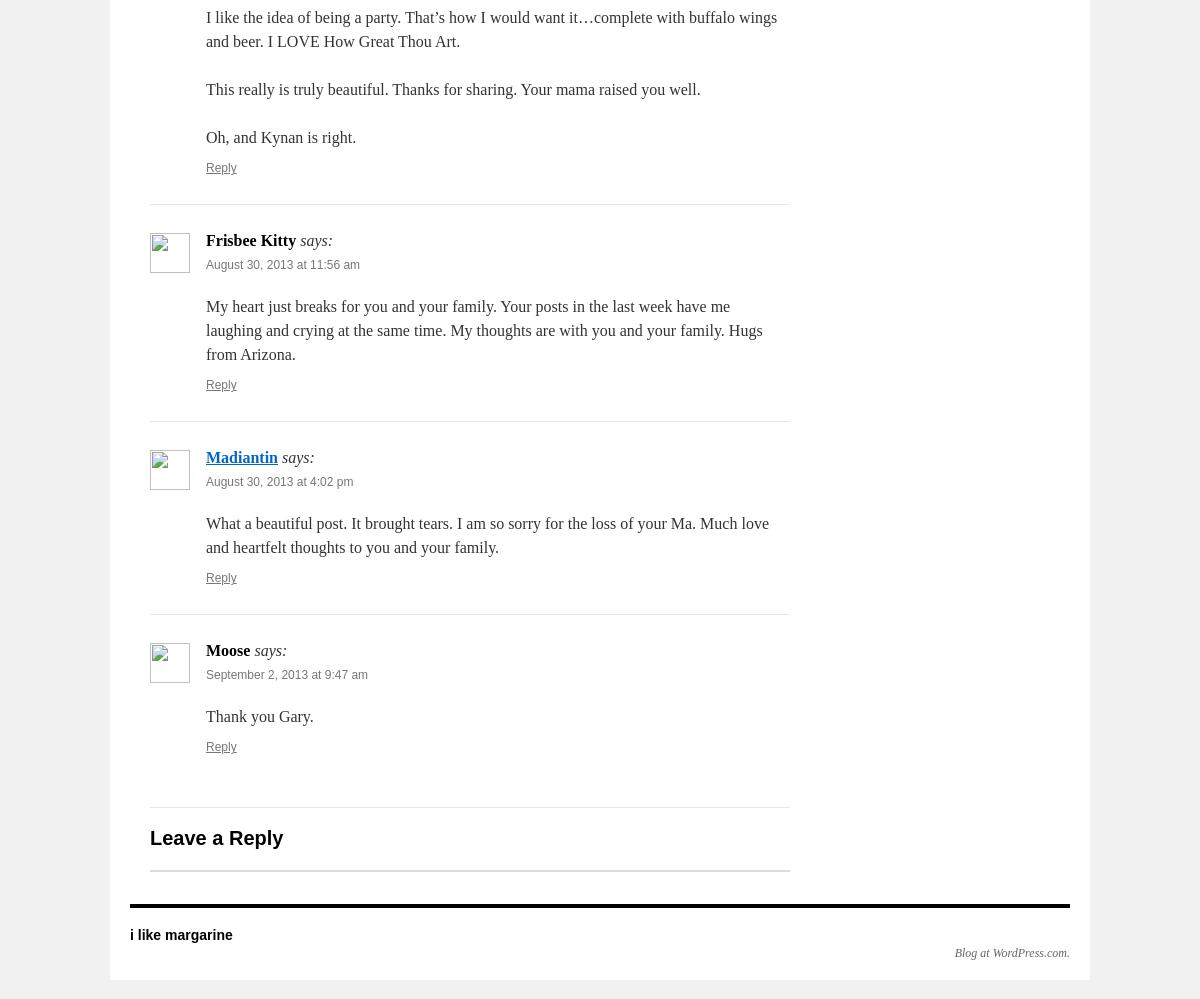 This screenshot has width=1200, height=999. Describe the element at coordinates (241, 457) in the screenshot. I see `'Madiantin'` at that location.